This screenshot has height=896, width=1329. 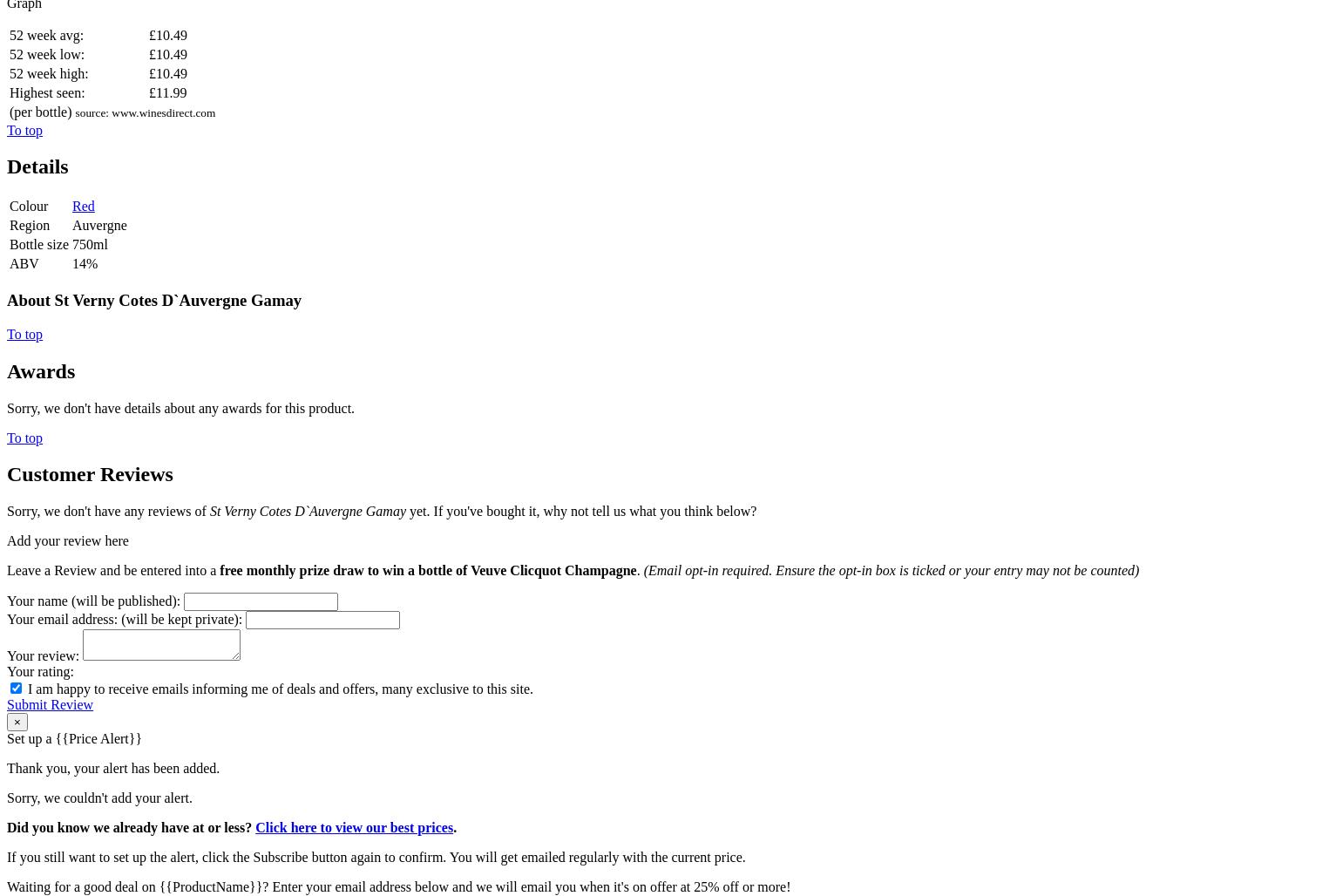 I want to click on 'Did you know we already have', so click(x=99, y=827).